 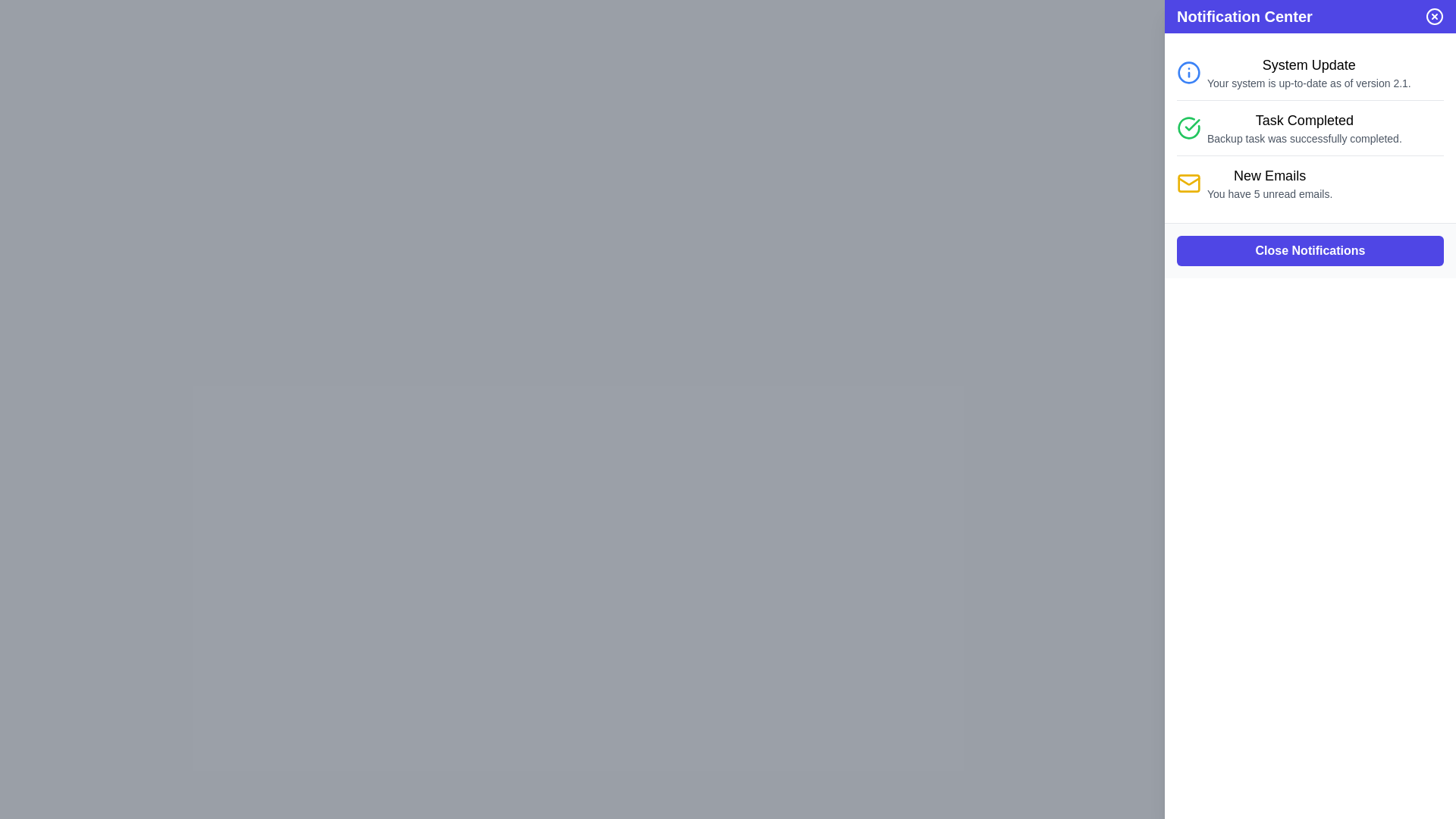 I want to click on the icon located next to the 'Task Completed' notification message in the Notification Center, which visually indicates that the associated task has been completed successfully, so click(x=1188, y=127).